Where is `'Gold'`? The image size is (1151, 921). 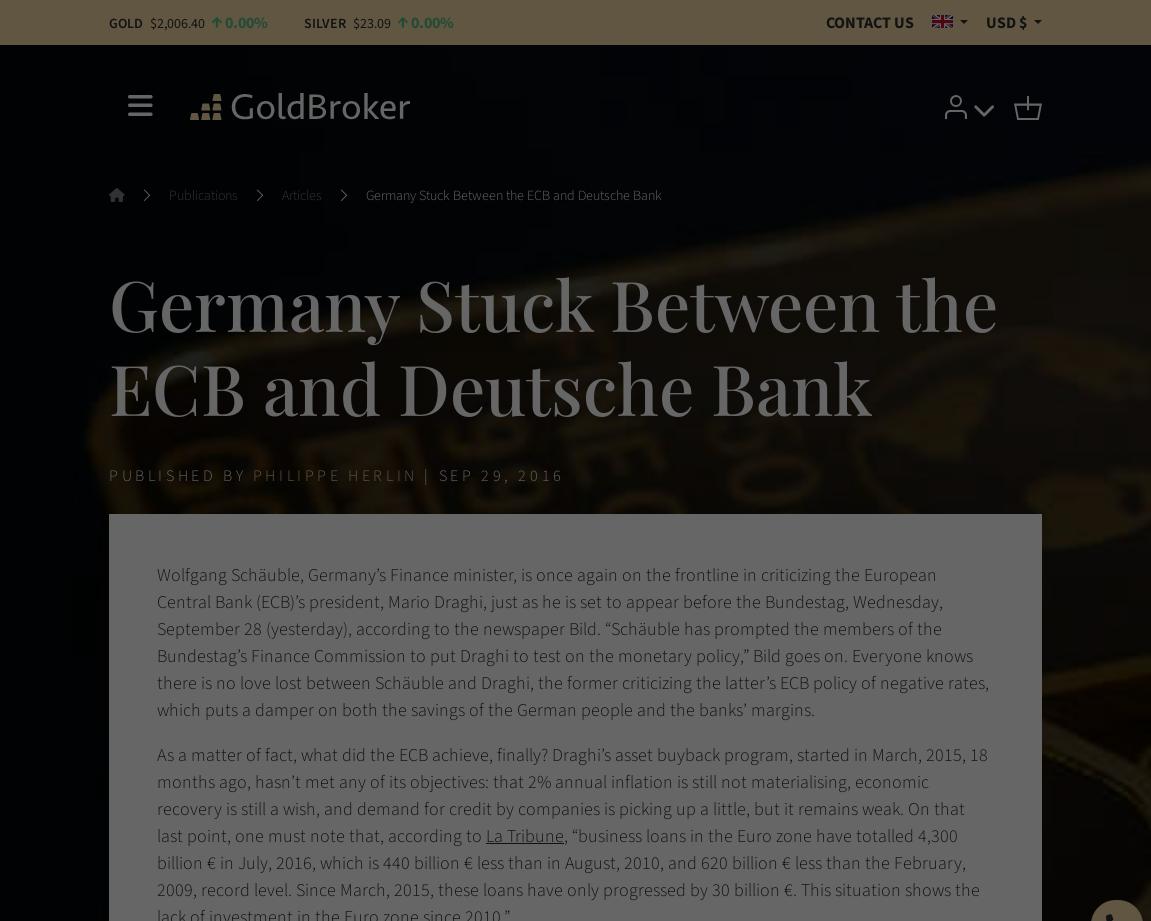
'Gold' is located at coordinates (107, 23).